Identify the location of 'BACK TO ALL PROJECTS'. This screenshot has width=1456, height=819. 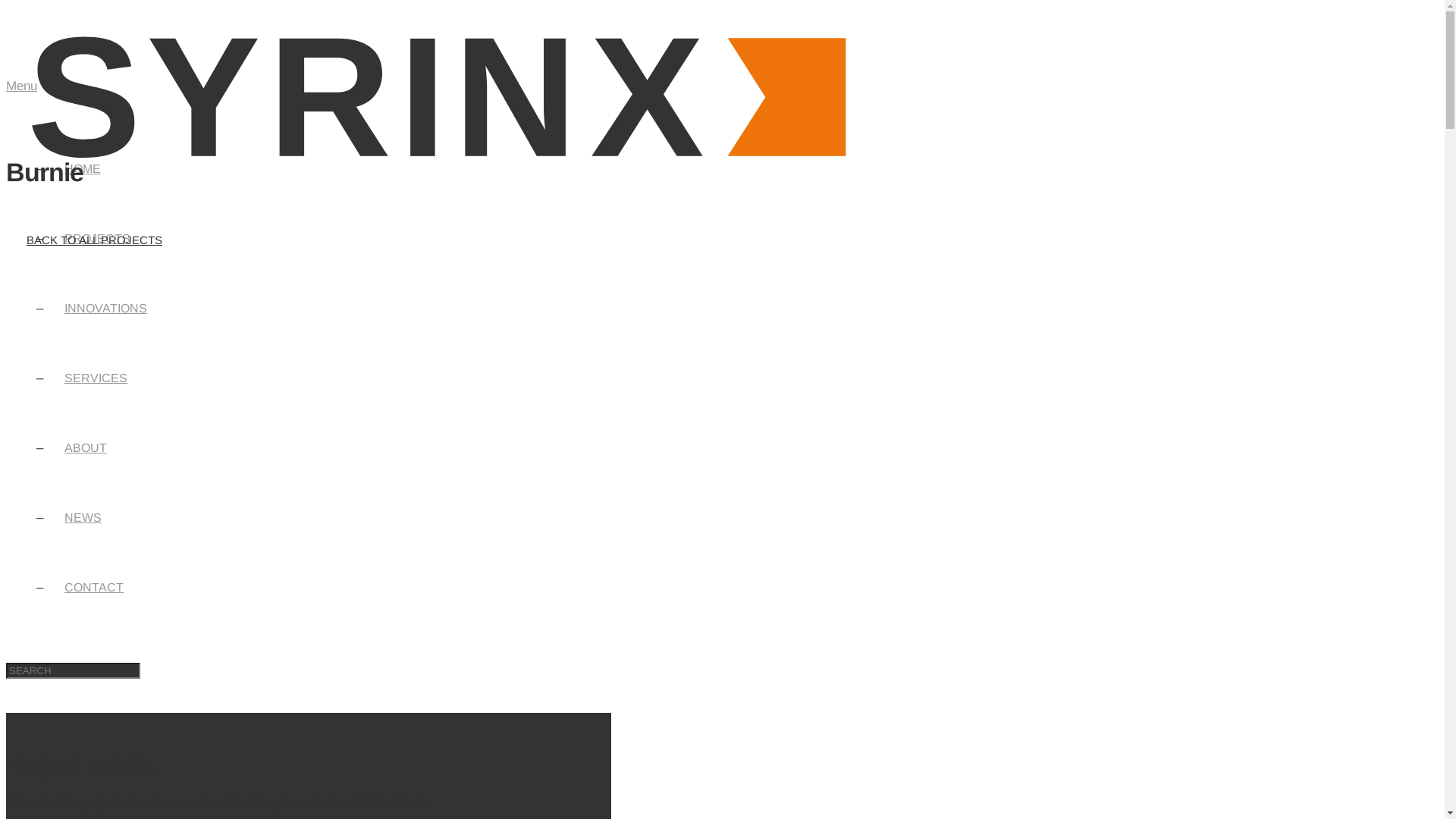
(93, 239).